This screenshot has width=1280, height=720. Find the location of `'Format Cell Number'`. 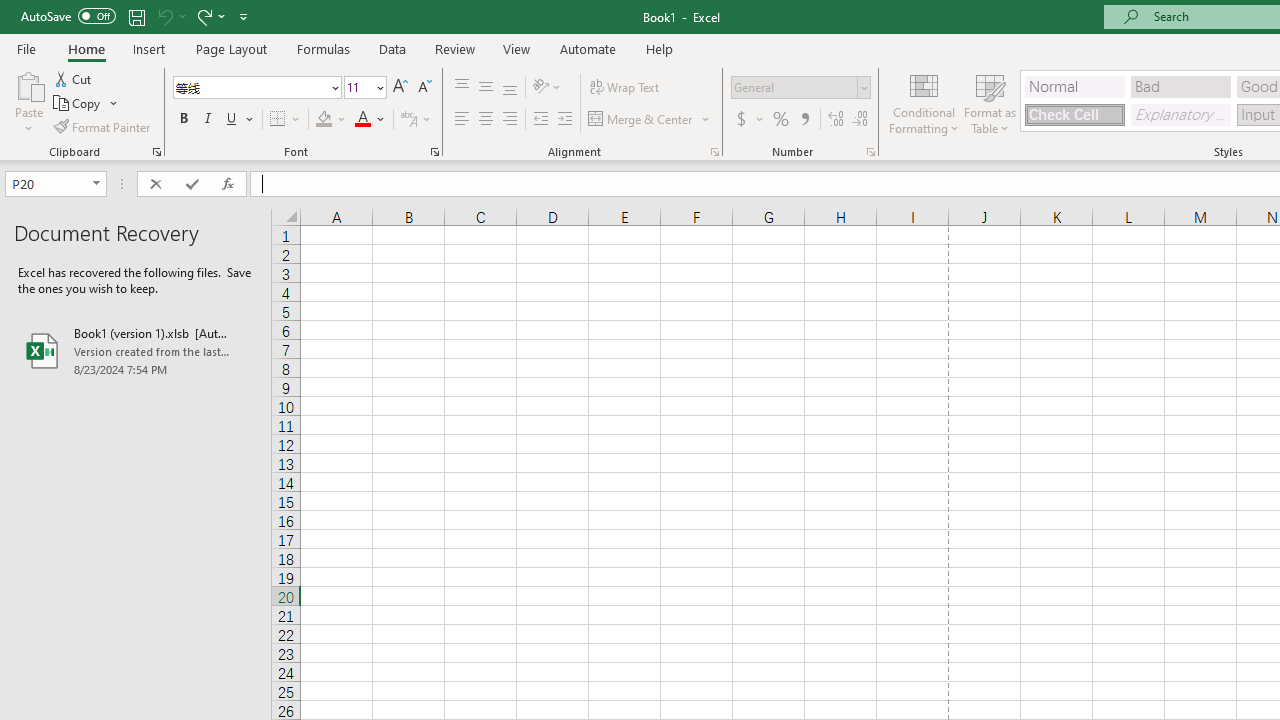

'Format Cell Number' is located at coordinates (871, 150).